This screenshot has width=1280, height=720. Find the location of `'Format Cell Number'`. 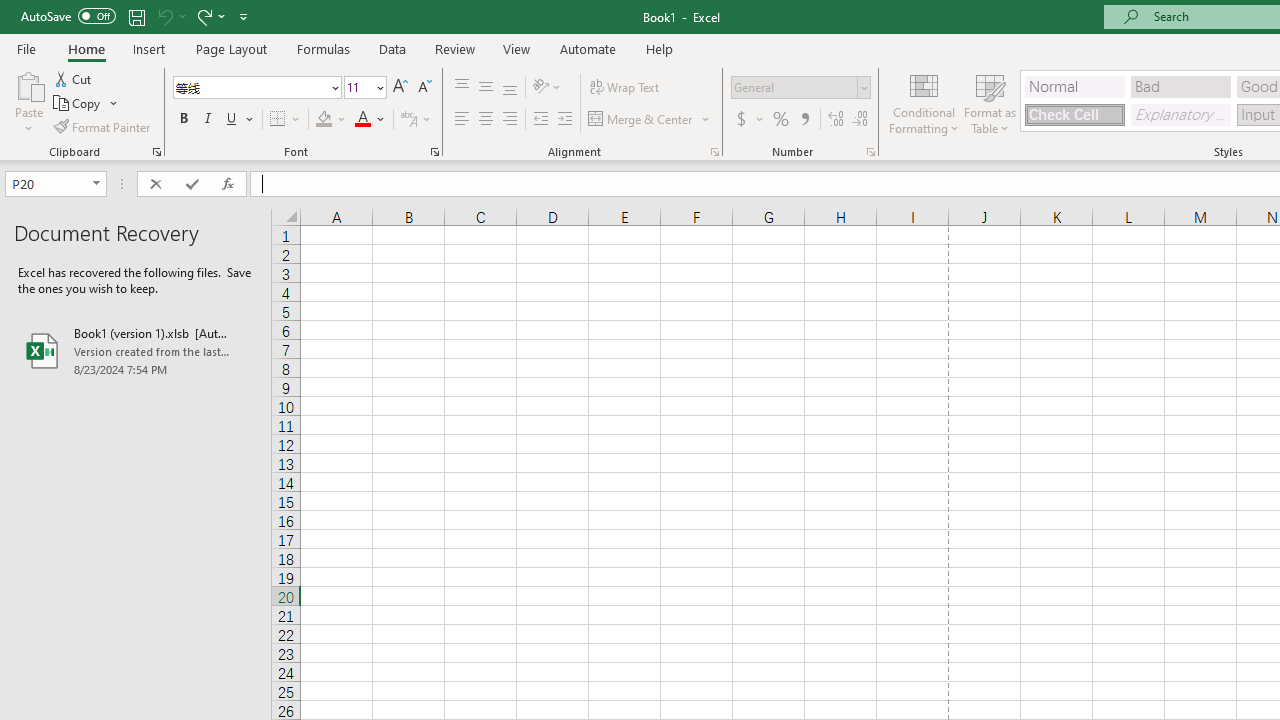

'Format Cell Number' is located at coordinates (871, 150).